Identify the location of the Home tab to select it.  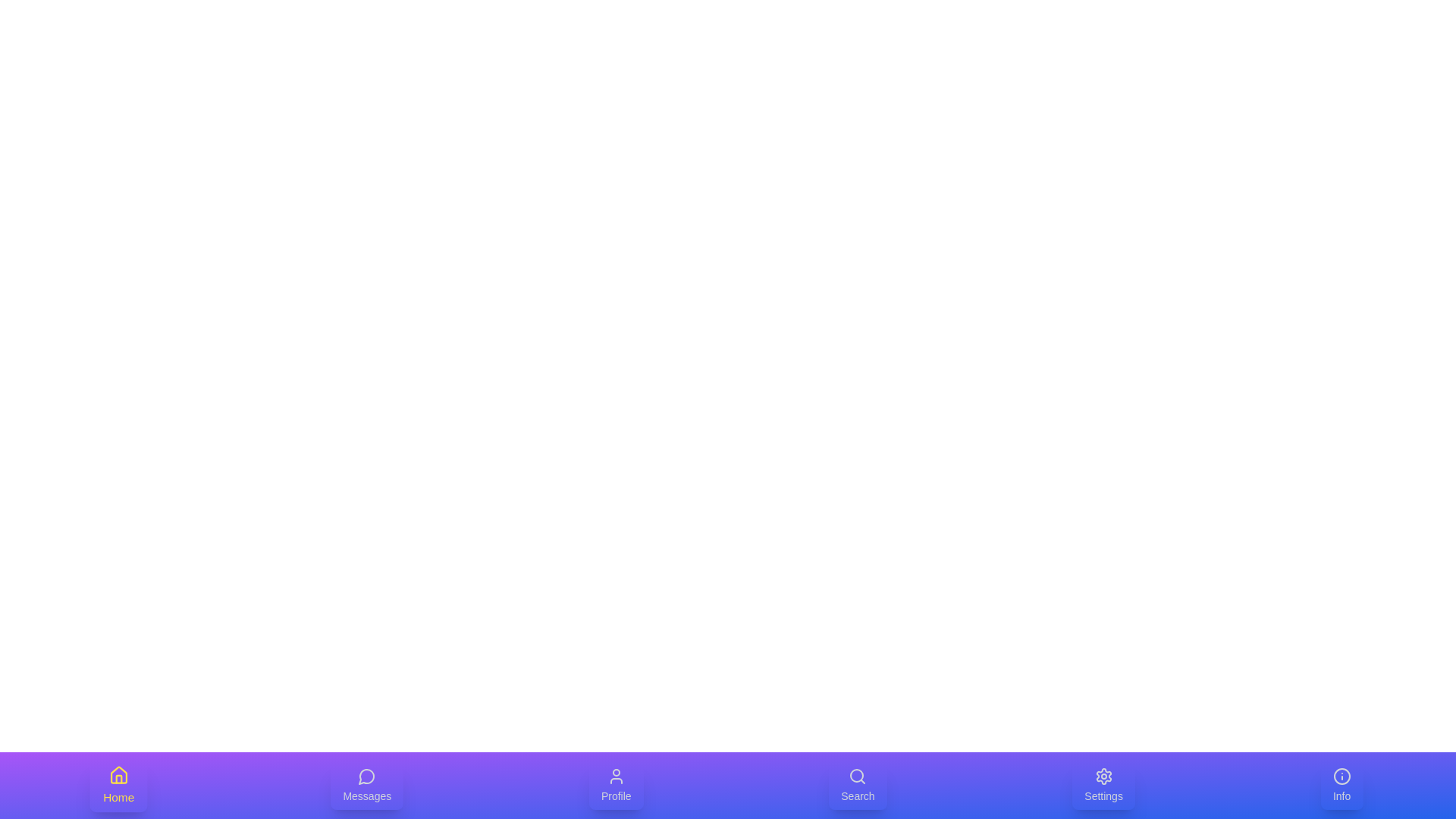
(118, 785).